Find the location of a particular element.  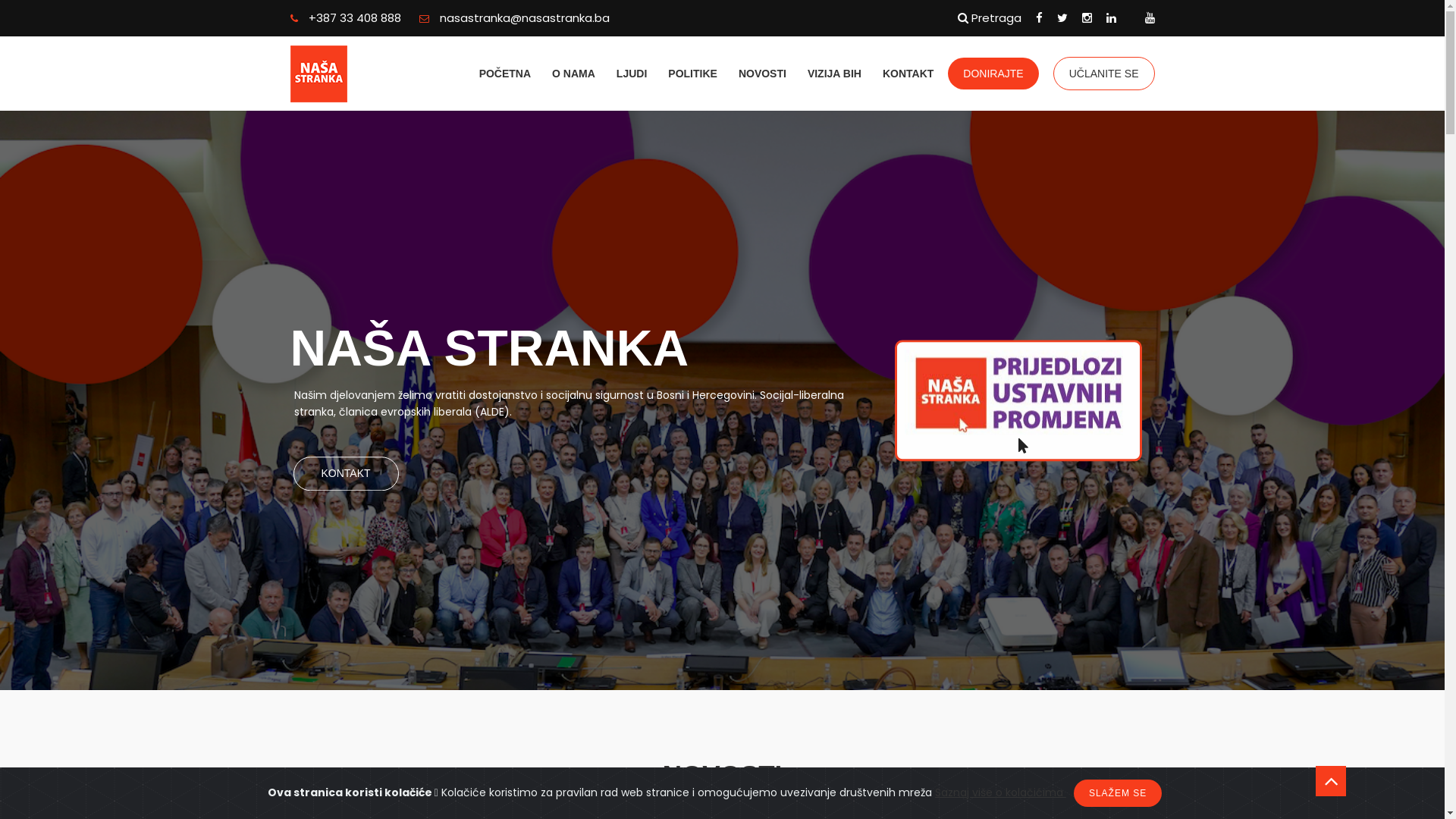

'LinkedIn' is located at coordinates (1110, 17).